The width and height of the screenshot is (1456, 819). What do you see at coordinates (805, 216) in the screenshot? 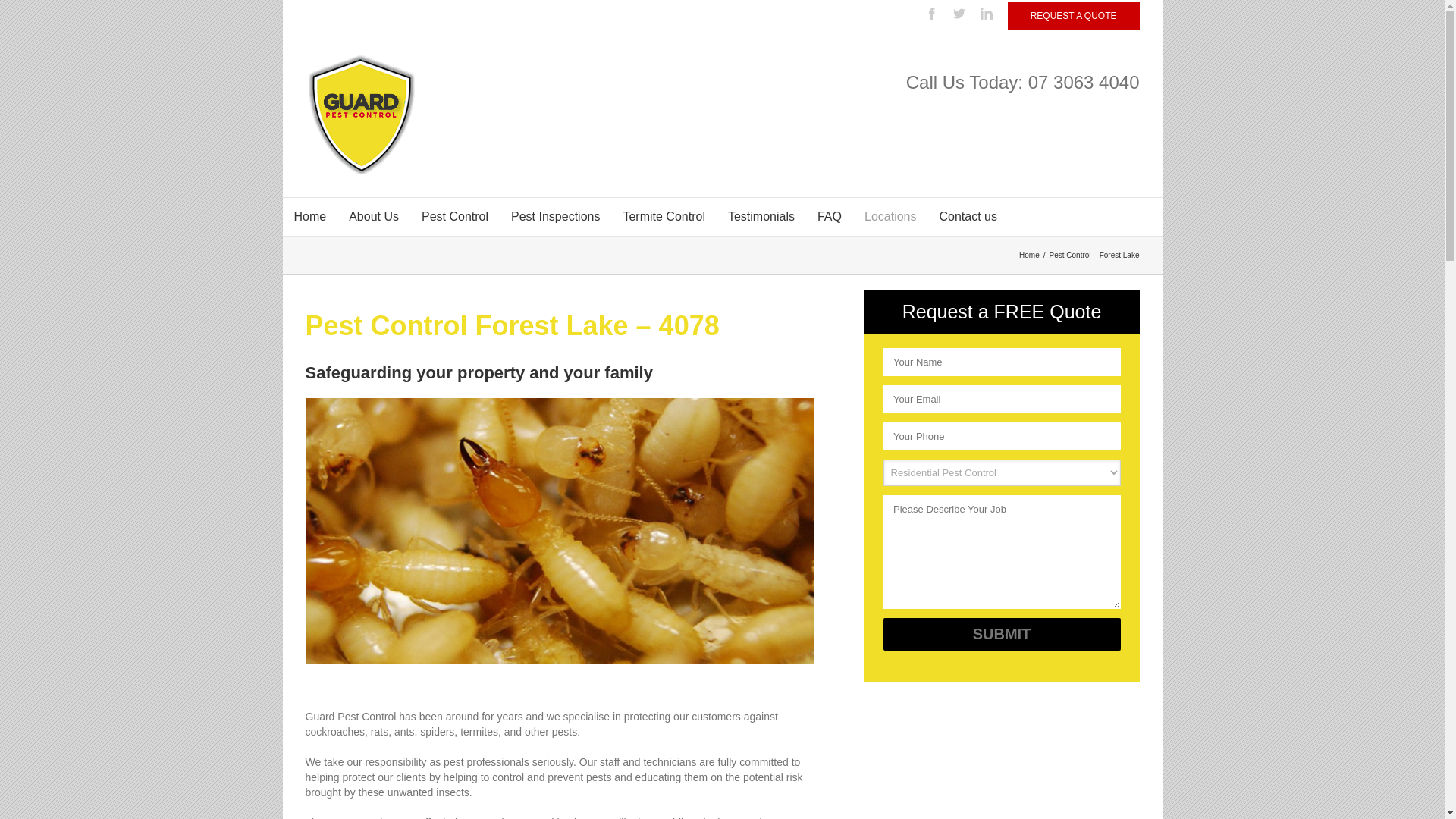
I see `'FAQ'` at bounding box center [805, 216].